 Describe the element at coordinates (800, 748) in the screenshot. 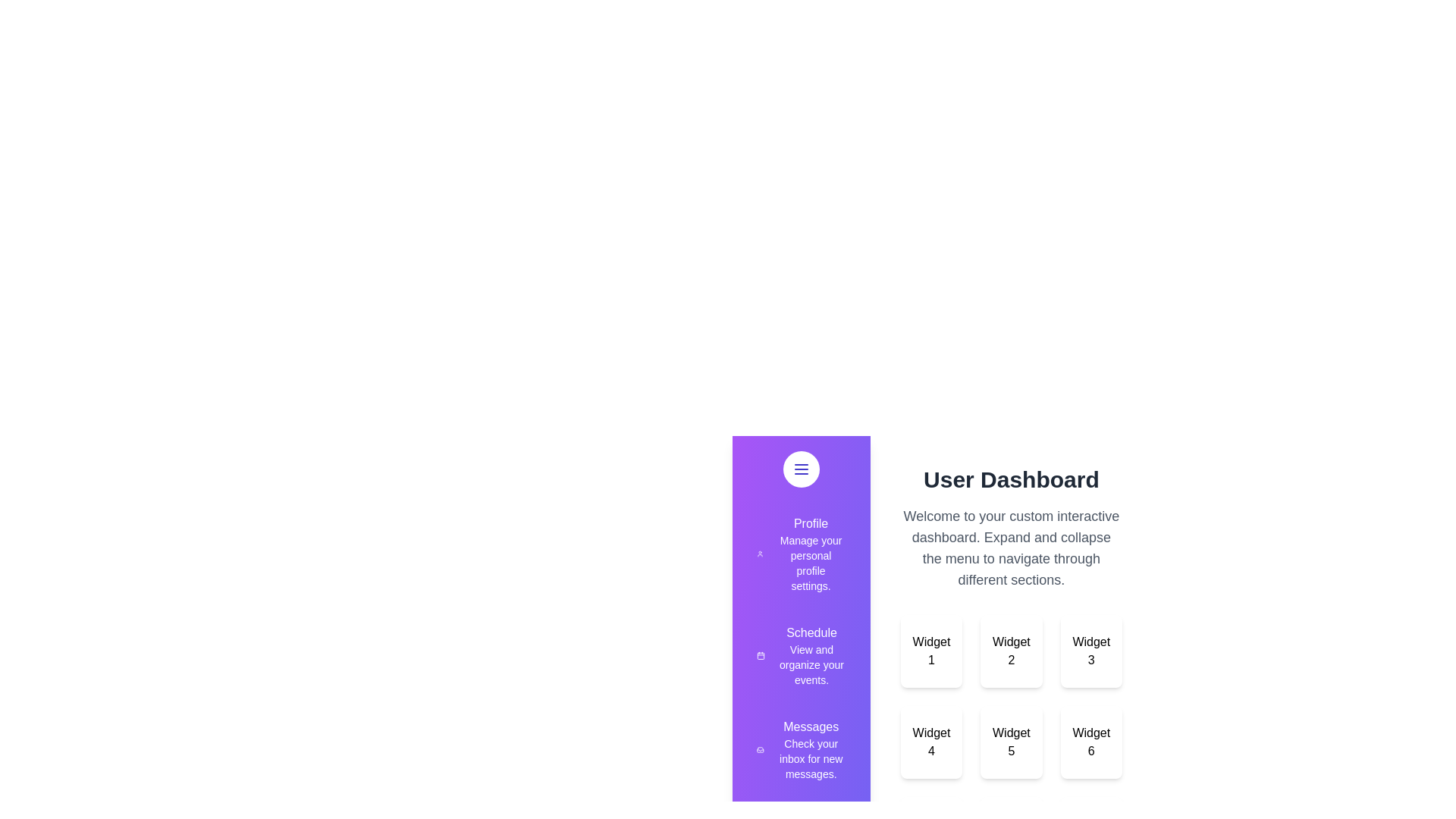

I see `the section corresponding to Messages in the drawer` at that location.